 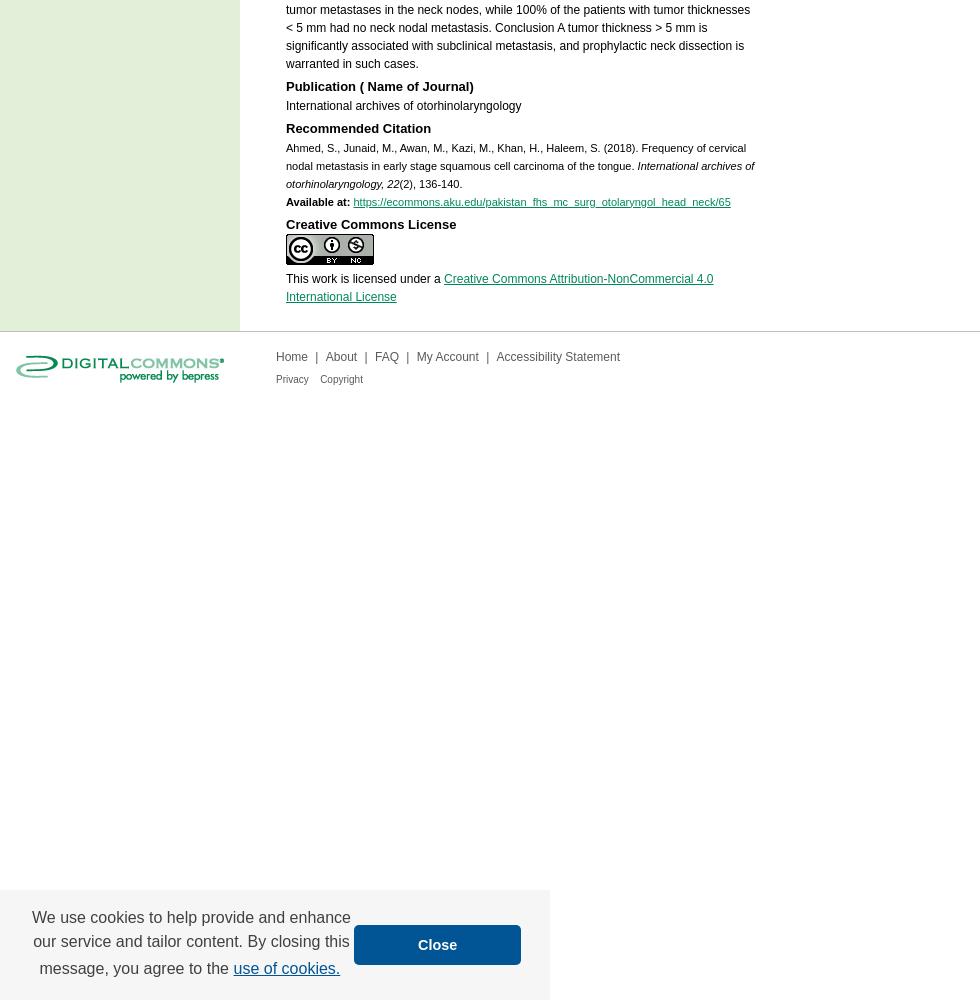 I want to click on 'My Account', so click(x=416, y=356).